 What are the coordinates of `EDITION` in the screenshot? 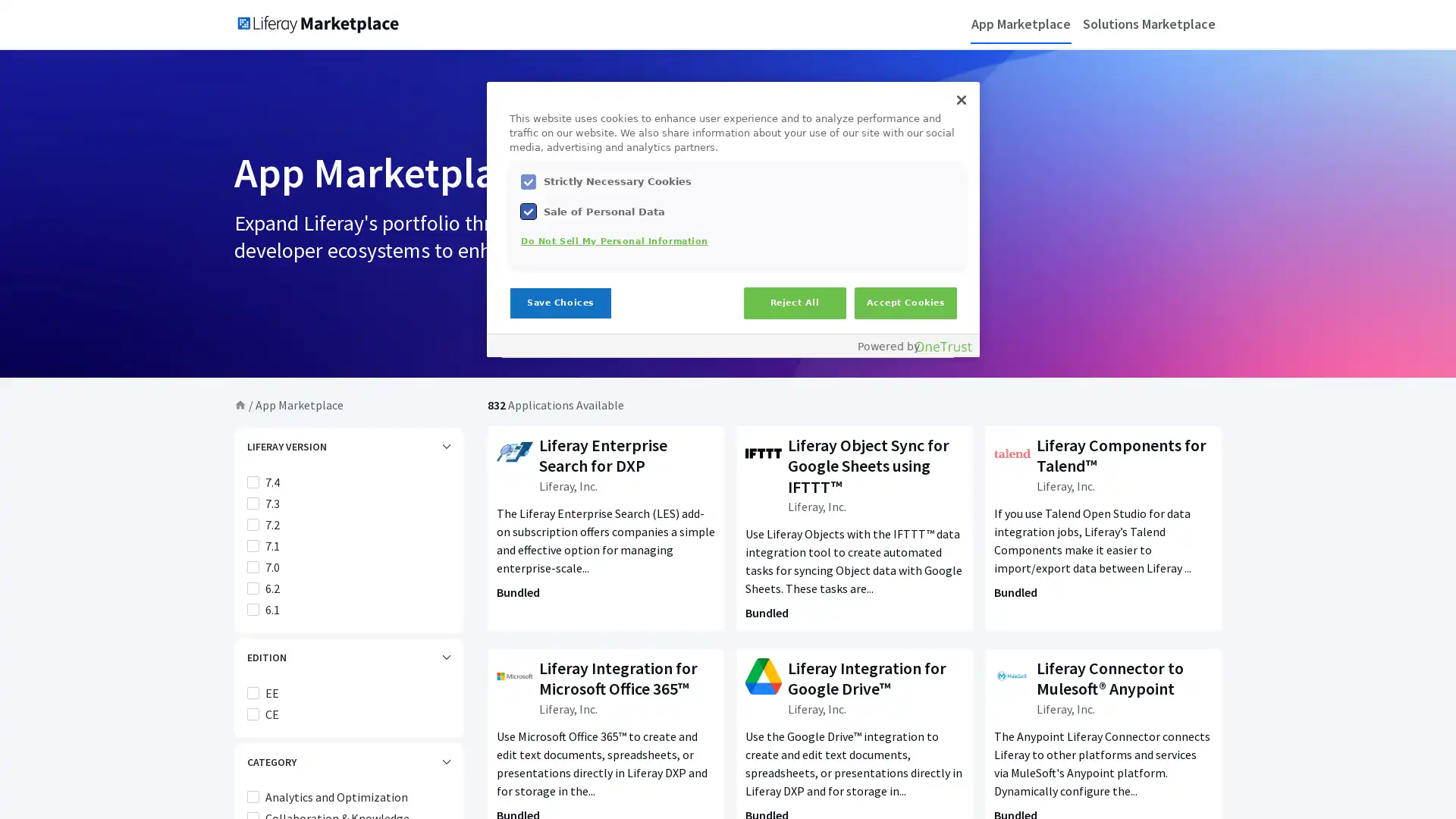 It's located at (347, 656).